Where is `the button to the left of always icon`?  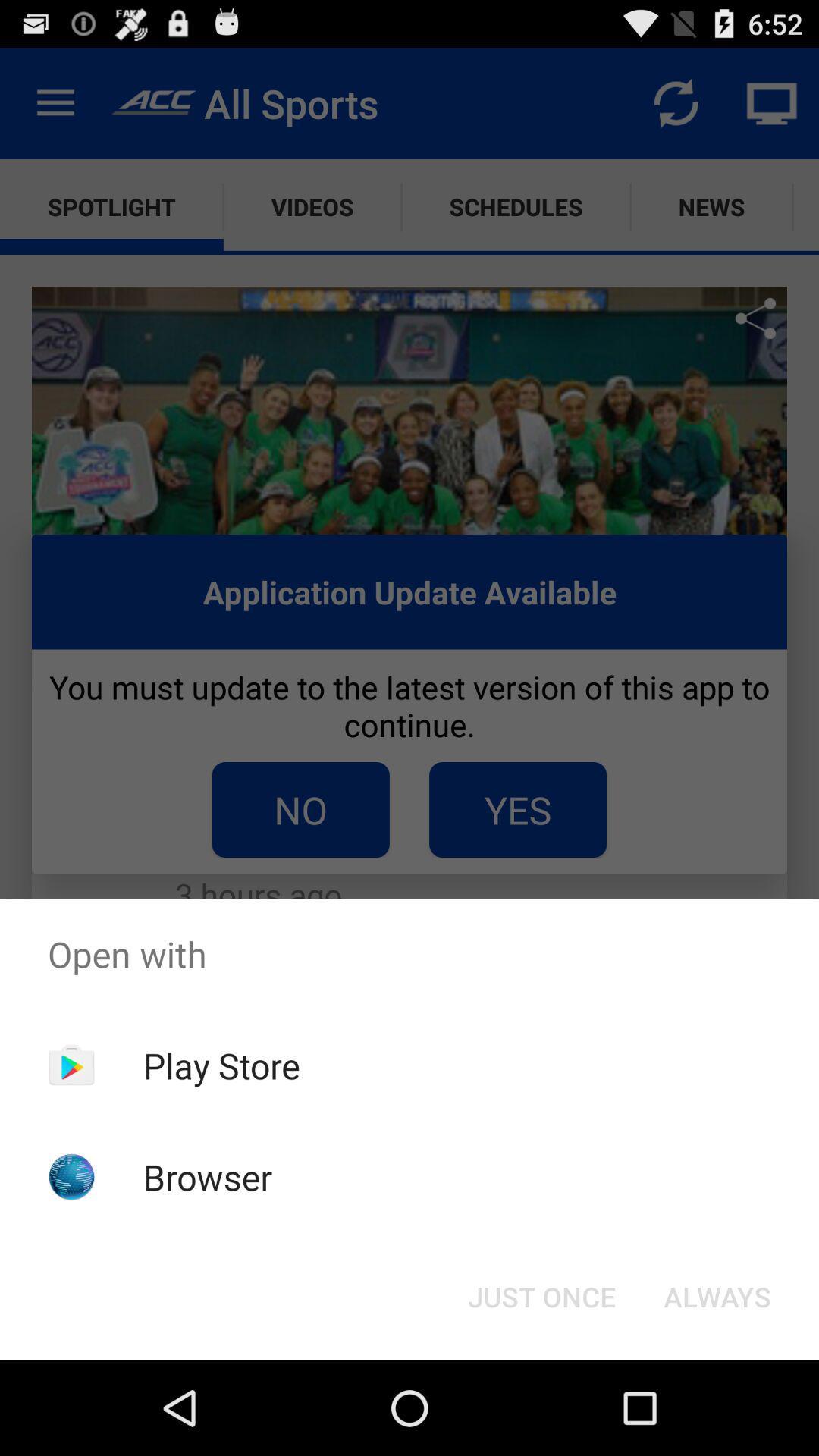
the button to the left of always icon is located at coordinates (541, 1295).